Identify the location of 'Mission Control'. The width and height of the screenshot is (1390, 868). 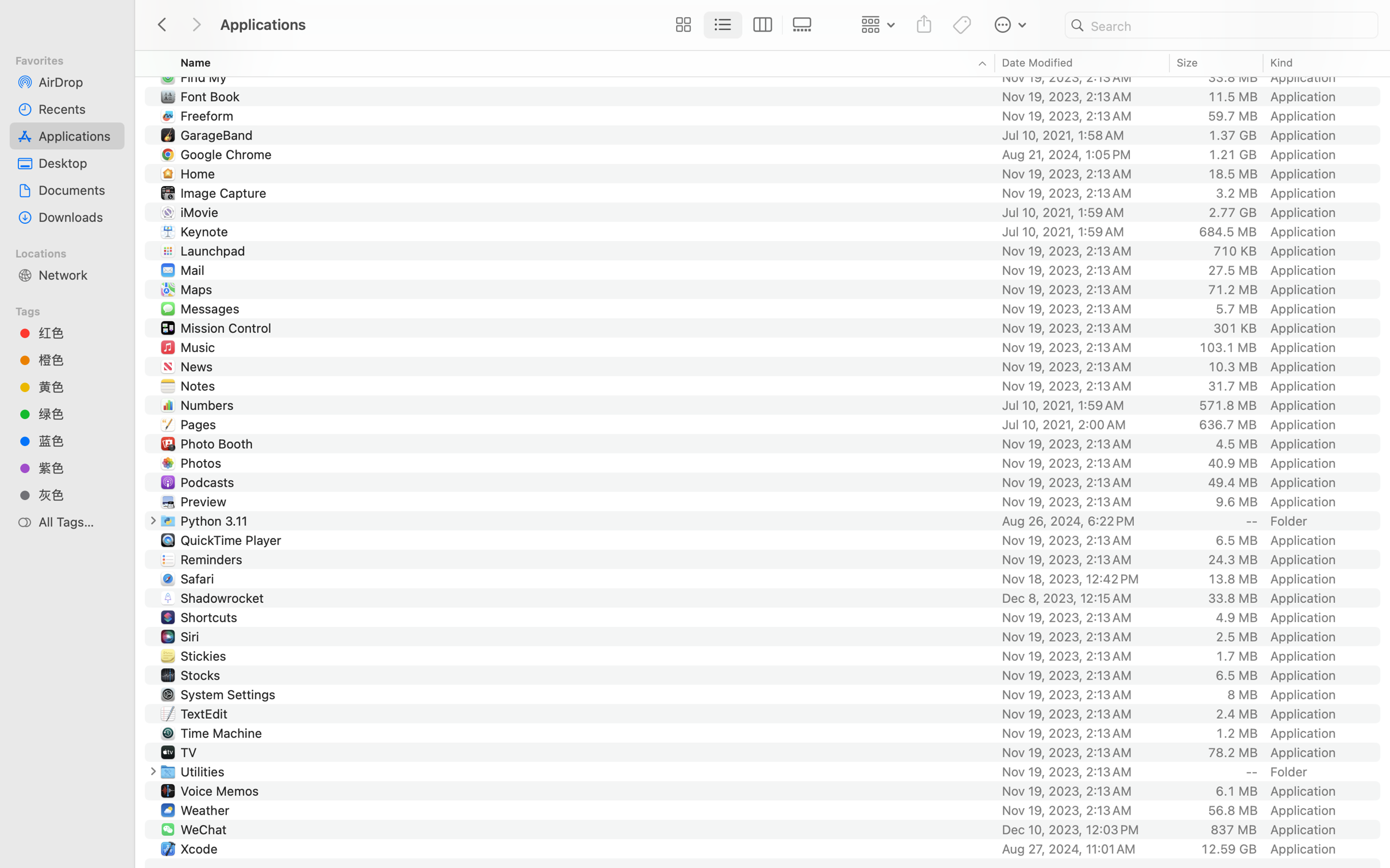
(228, 327).